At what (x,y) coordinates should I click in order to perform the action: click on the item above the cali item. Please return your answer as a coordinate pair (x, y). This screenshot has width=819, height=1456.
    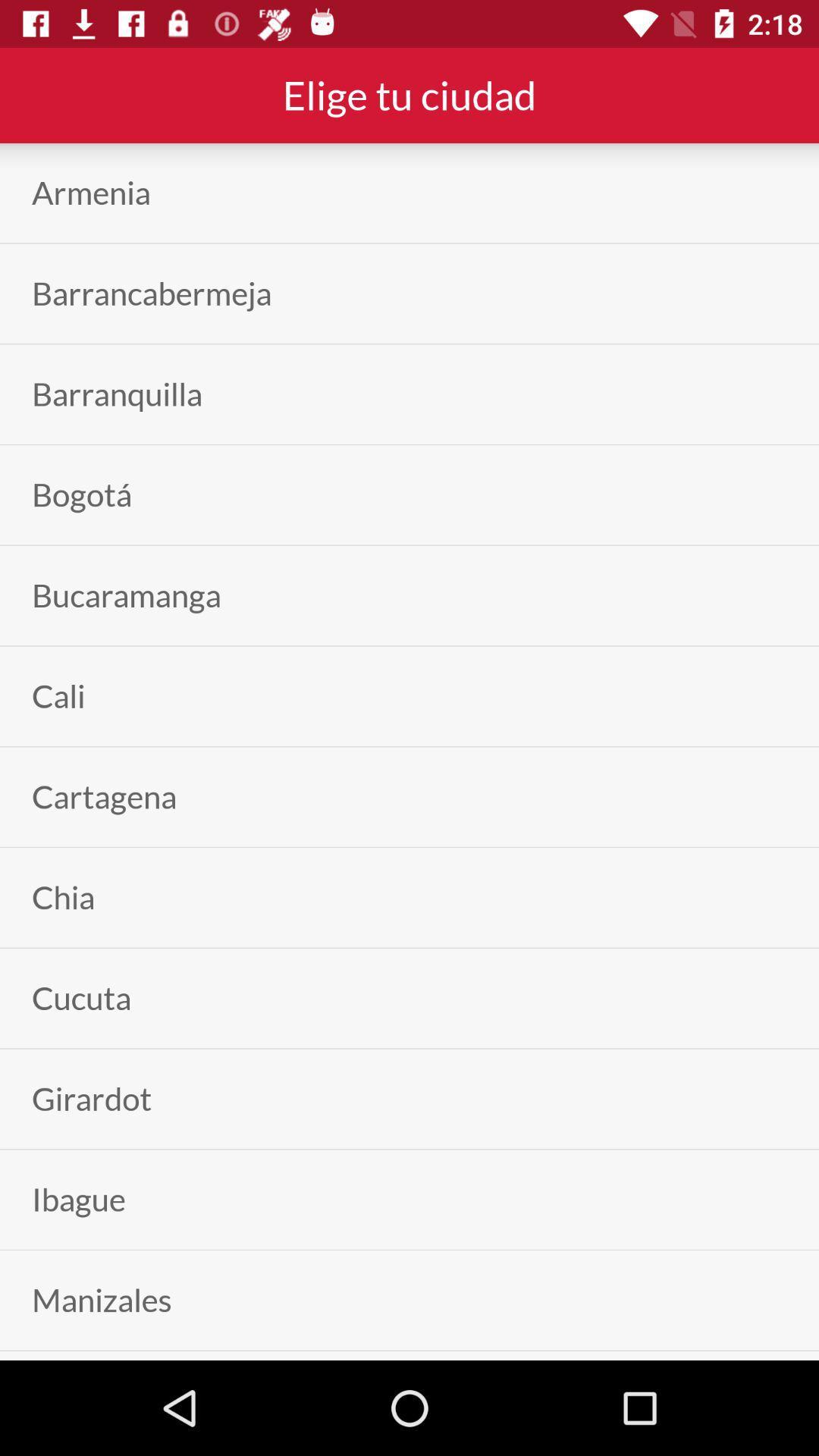
    Looking at the image, I should click on (125, 595).